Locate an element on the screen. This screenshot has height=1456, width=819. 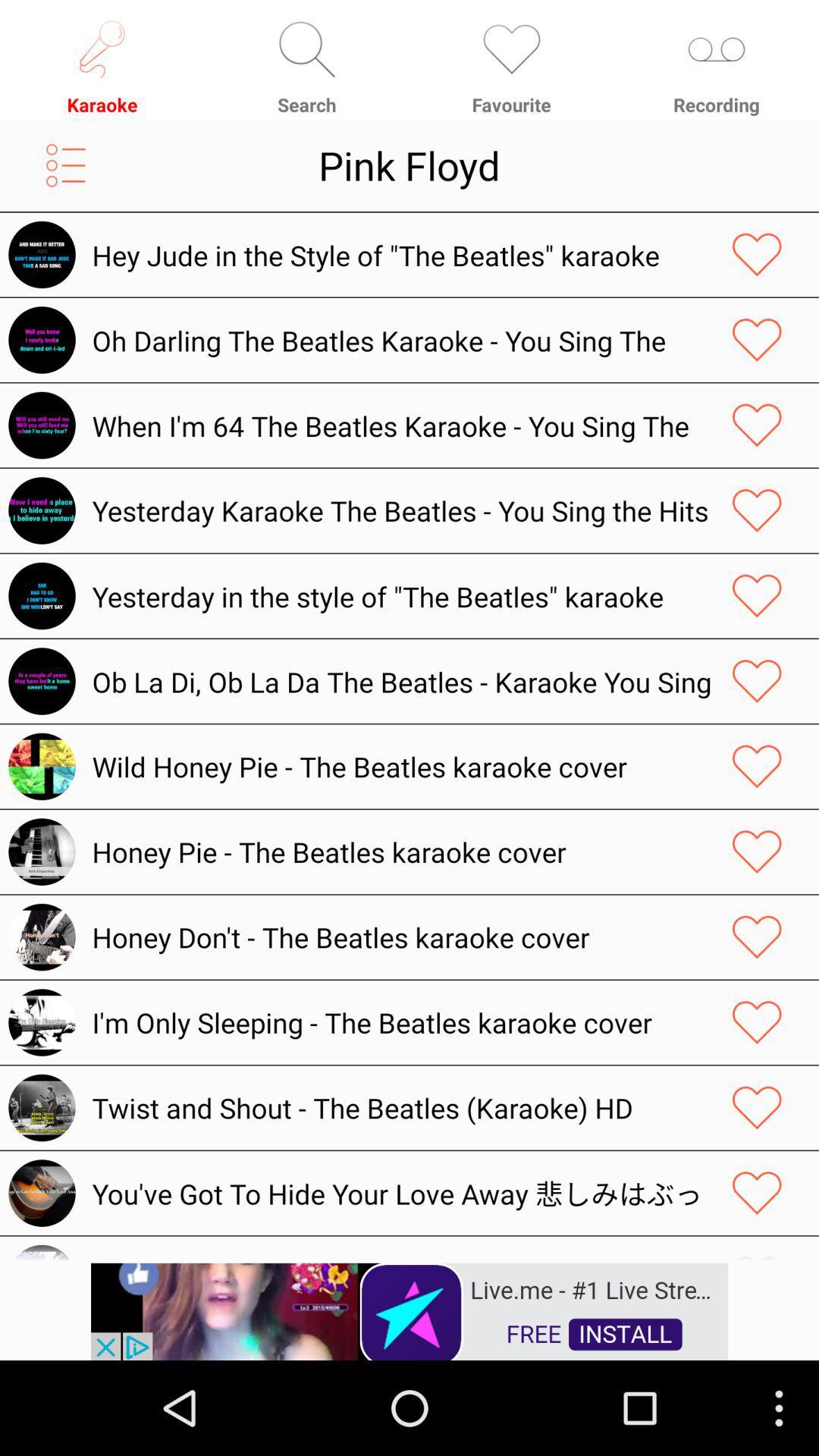
like to music is located at coordinates (757, 339).